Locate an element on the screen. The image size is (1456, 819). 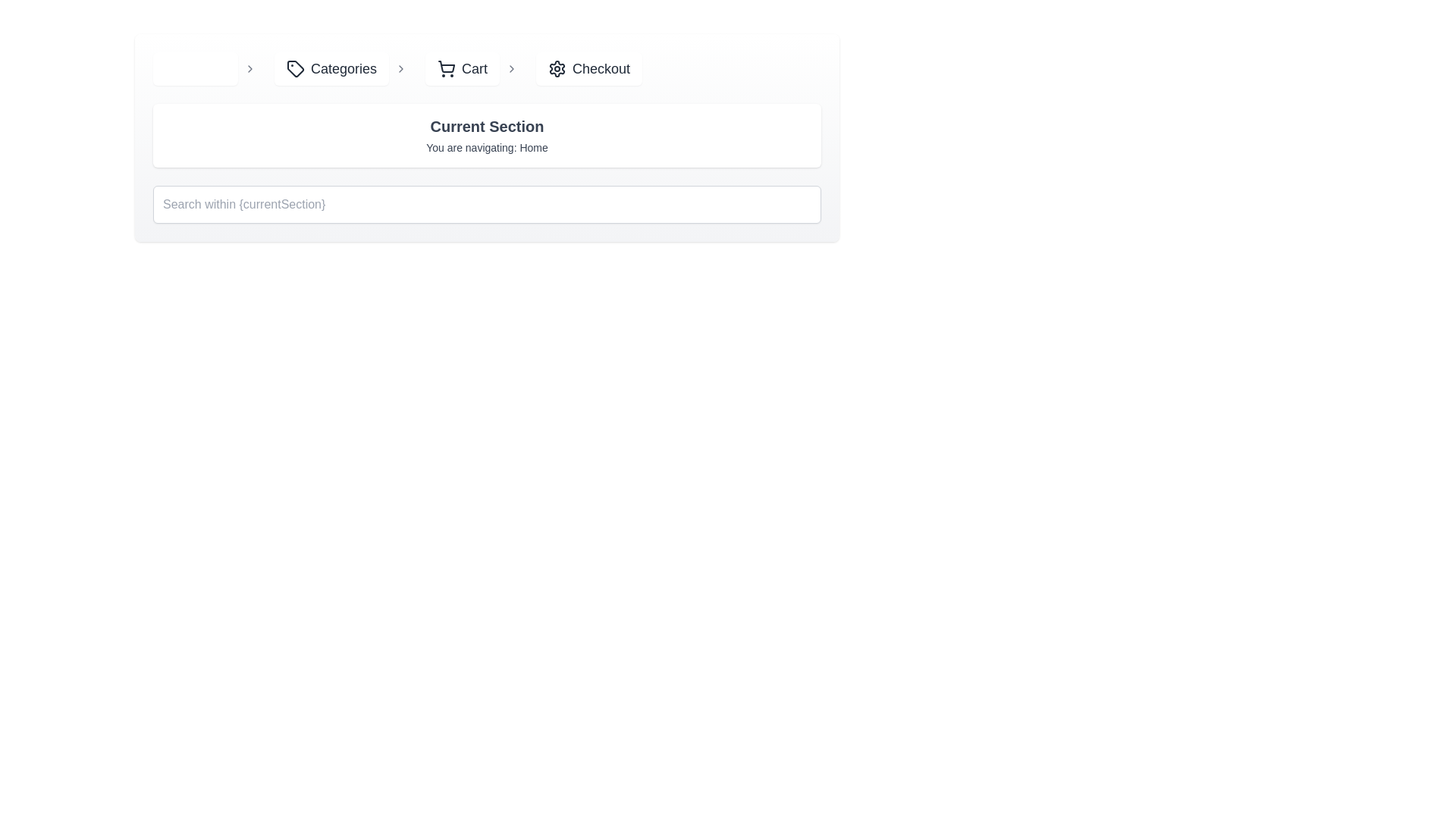
the price tag icon located in the navigation header, situated between the breadcrumb separator and the 'Categories' label is located at coordinates (295, 67).